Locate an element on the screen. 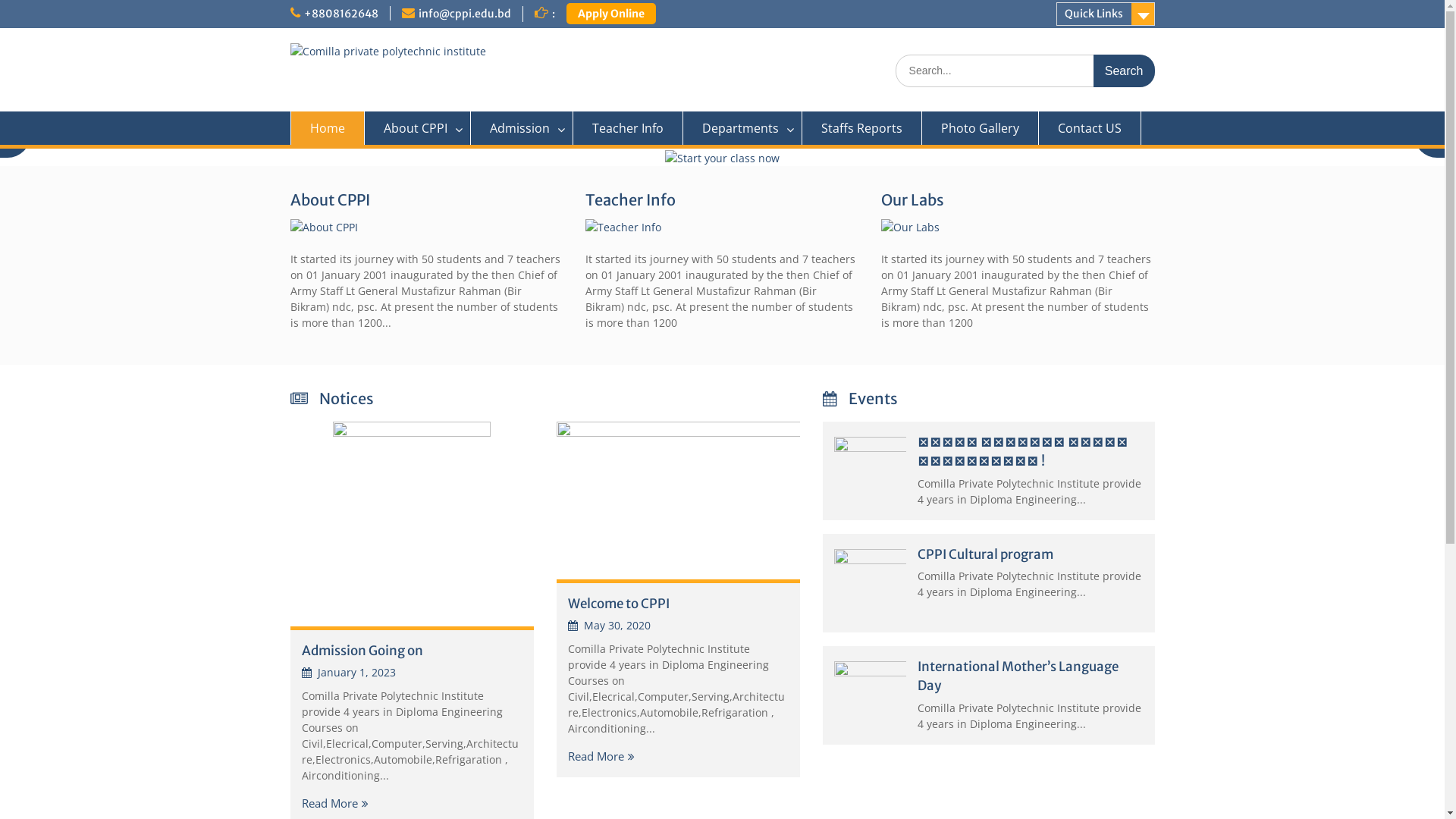  'info@cppi.edu.bd' is located at coordinates (419, 14).